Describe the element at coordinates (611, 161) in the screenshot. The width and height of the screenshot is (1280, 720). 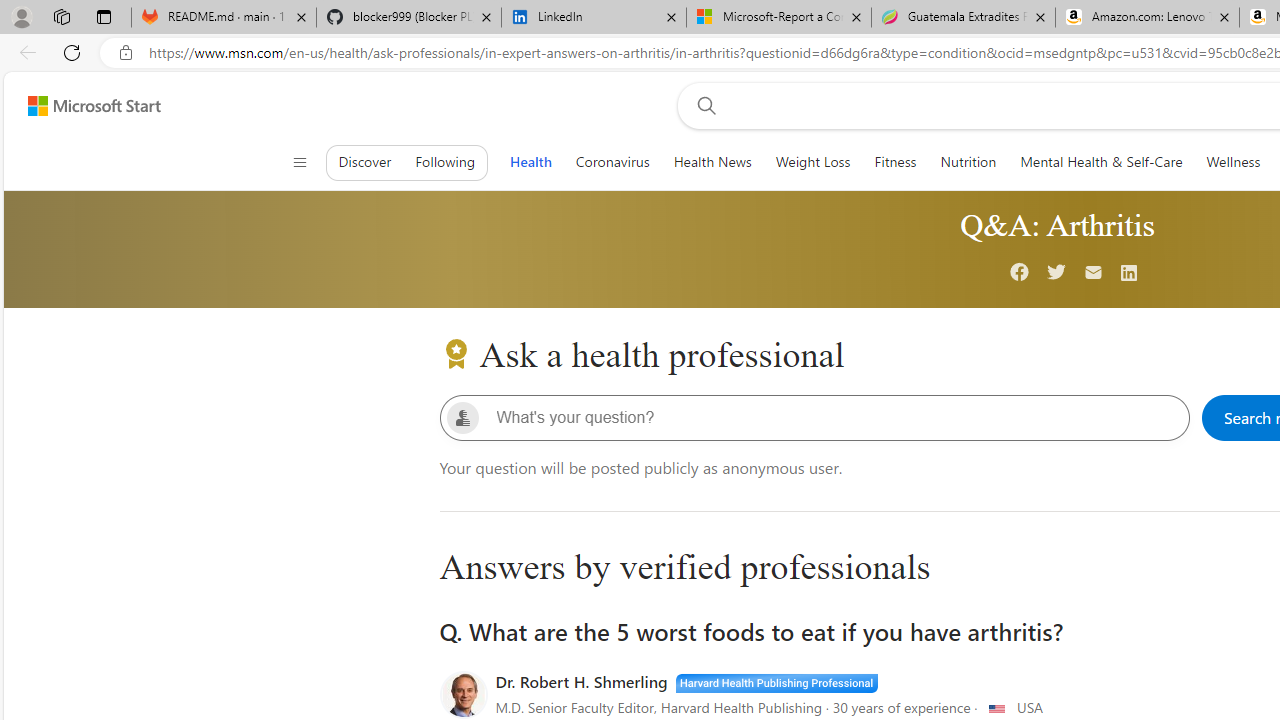
I see `'Coronavirus'` at that location.